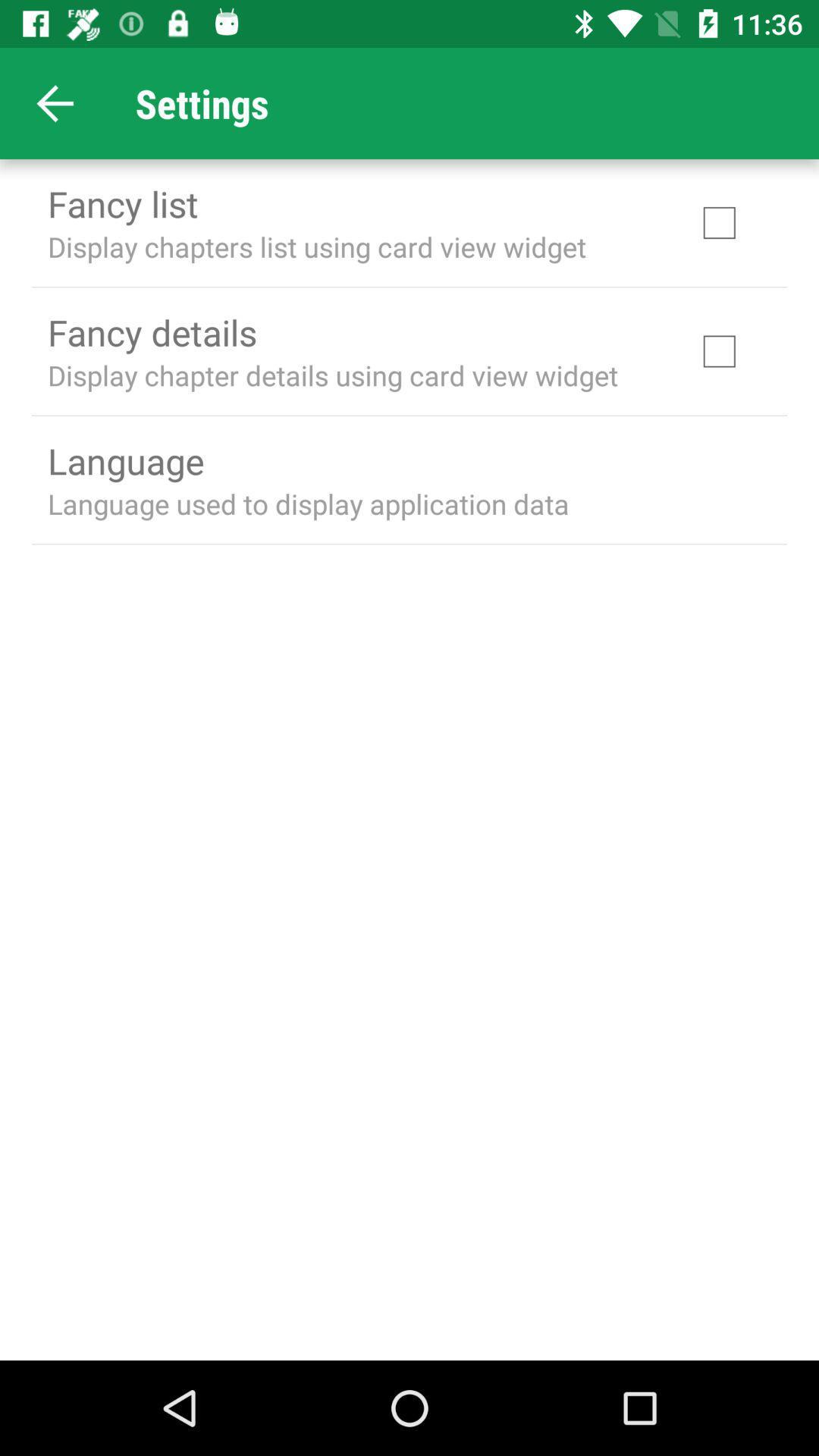  Describe the element at coordinates (55, 102) in the screenshot. I see `app above fancy list app` at that location.